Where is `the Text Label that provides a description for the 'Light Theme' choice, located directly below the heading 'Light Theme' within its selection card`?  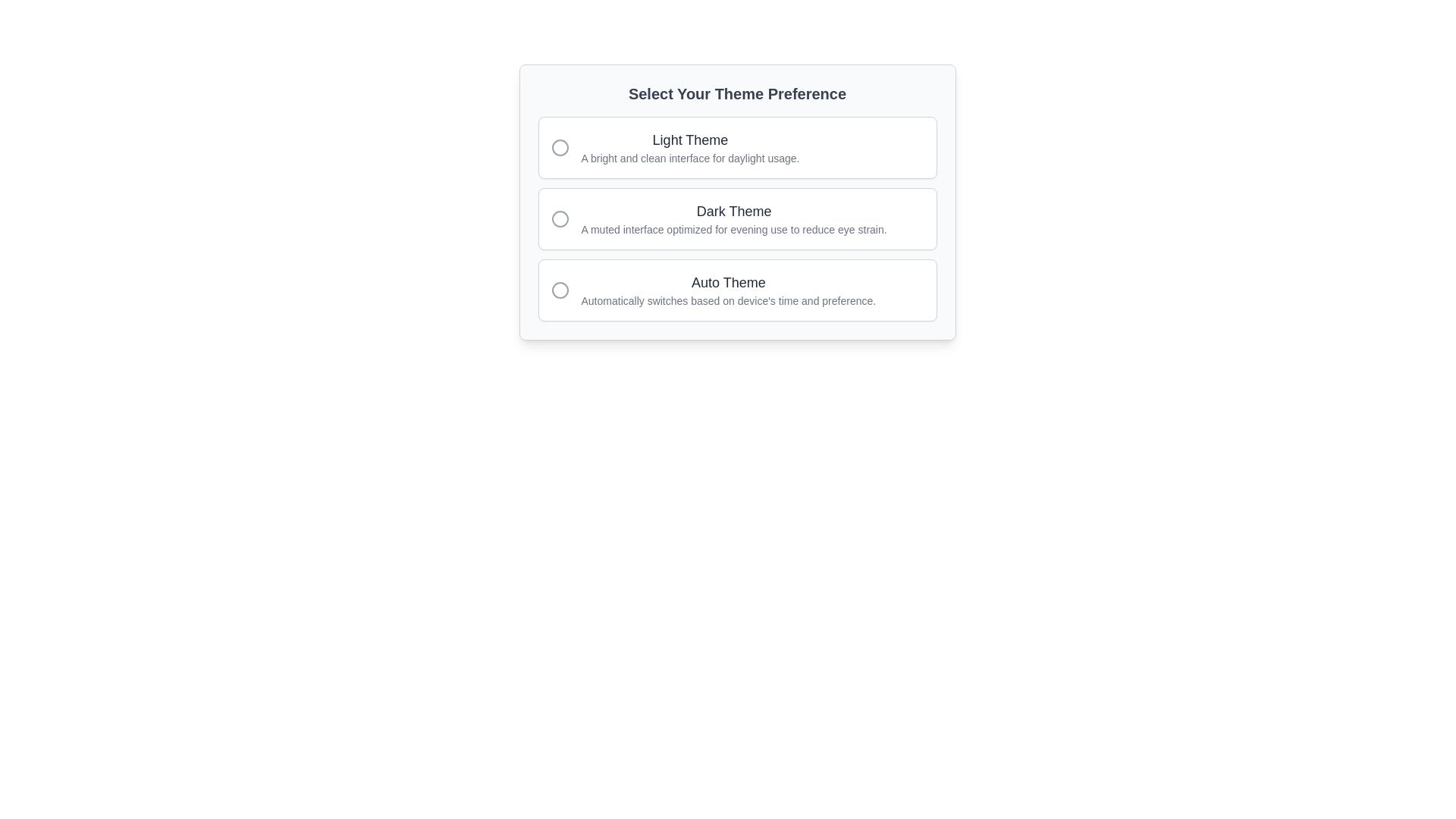 the Text Label that provides a description for the 'Light Theme' choice, located directly below the heading 'Light Theme' within its selection card is located at coordinates (689, 158).